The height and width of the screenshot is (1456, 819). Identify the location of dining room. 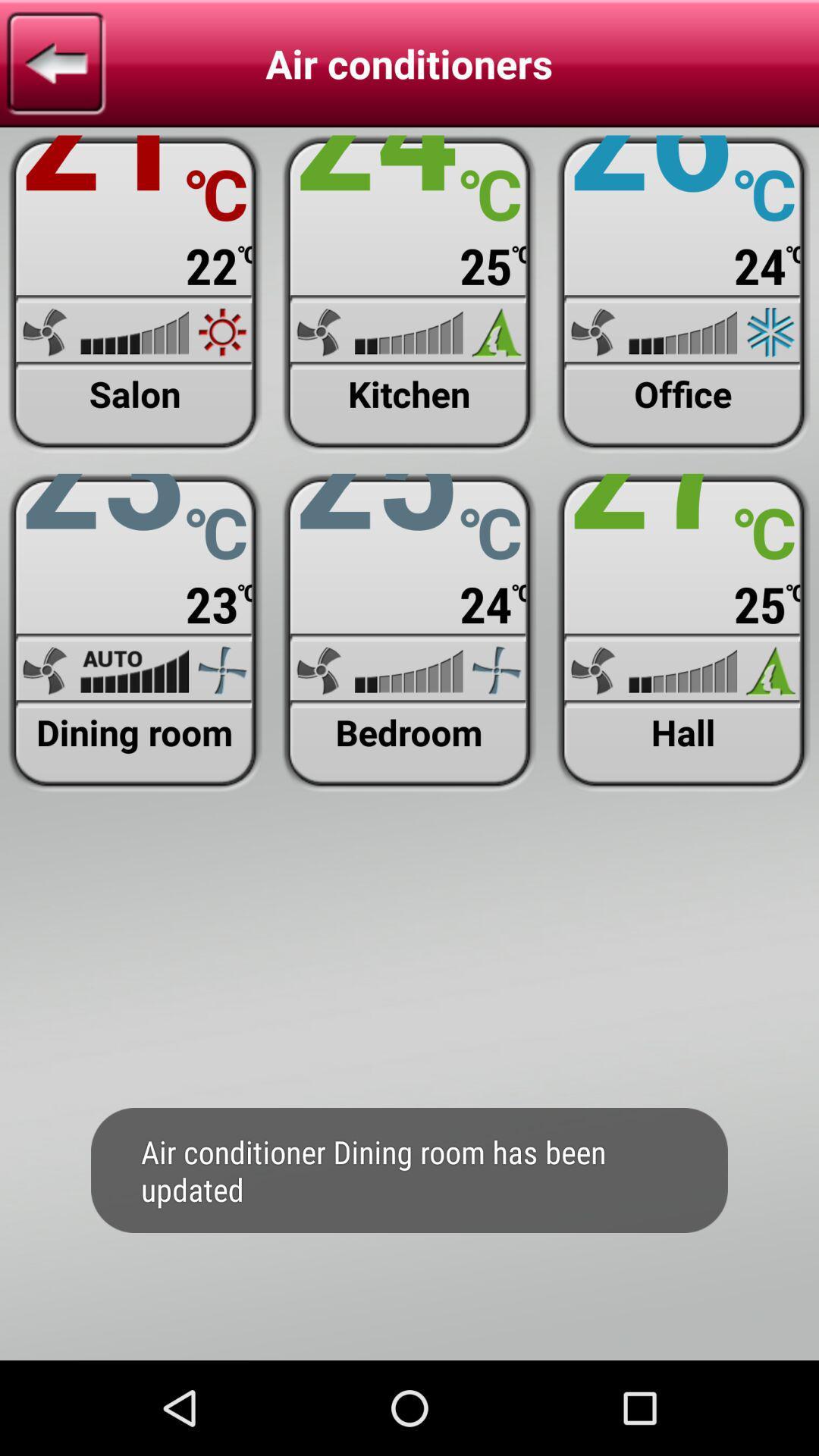
(134, 632).